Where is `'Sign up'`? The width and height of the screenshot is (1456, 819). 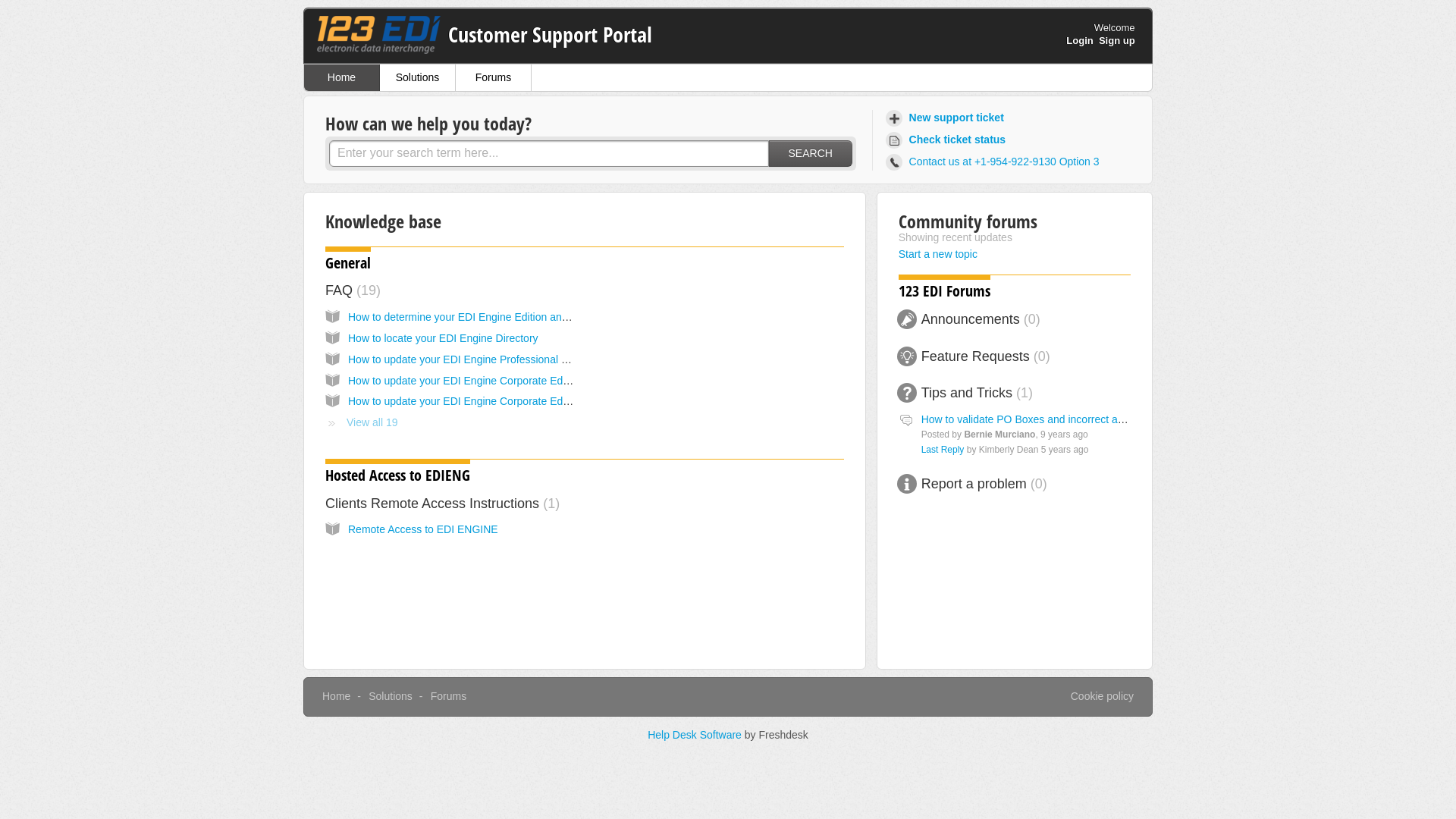
'Sign up' is located at coordinates (1117, 39).